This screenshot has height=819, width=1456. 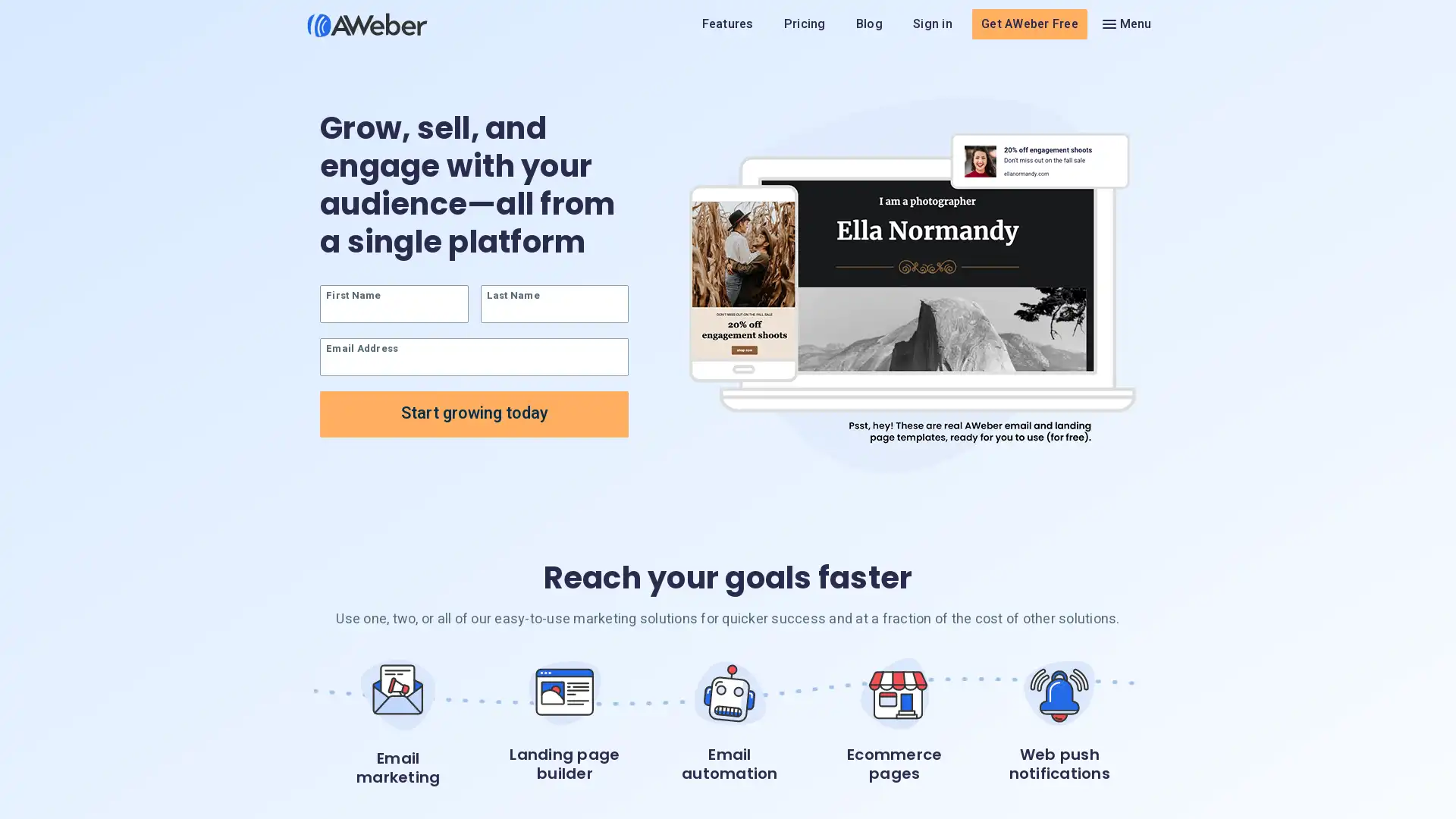 What do you see at coordinates (473, 414) in the screenshot?
I see `Start growing today` at bounding box center [473, 414].